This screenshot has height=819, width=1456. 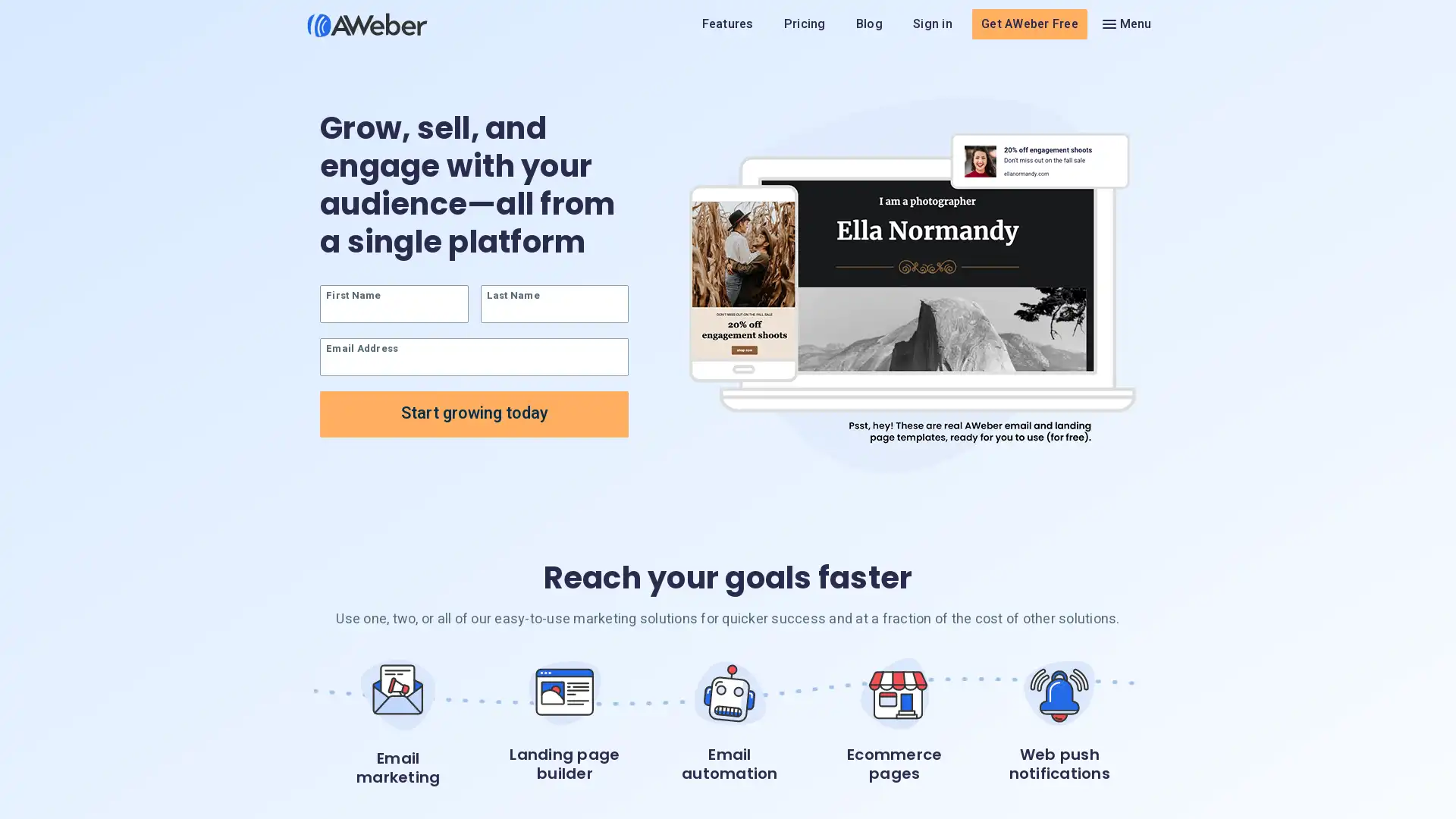 What do you see at coordinates (473, 414) in the screenshot?
I see `Start growing today` at bounding box center [473, 414].